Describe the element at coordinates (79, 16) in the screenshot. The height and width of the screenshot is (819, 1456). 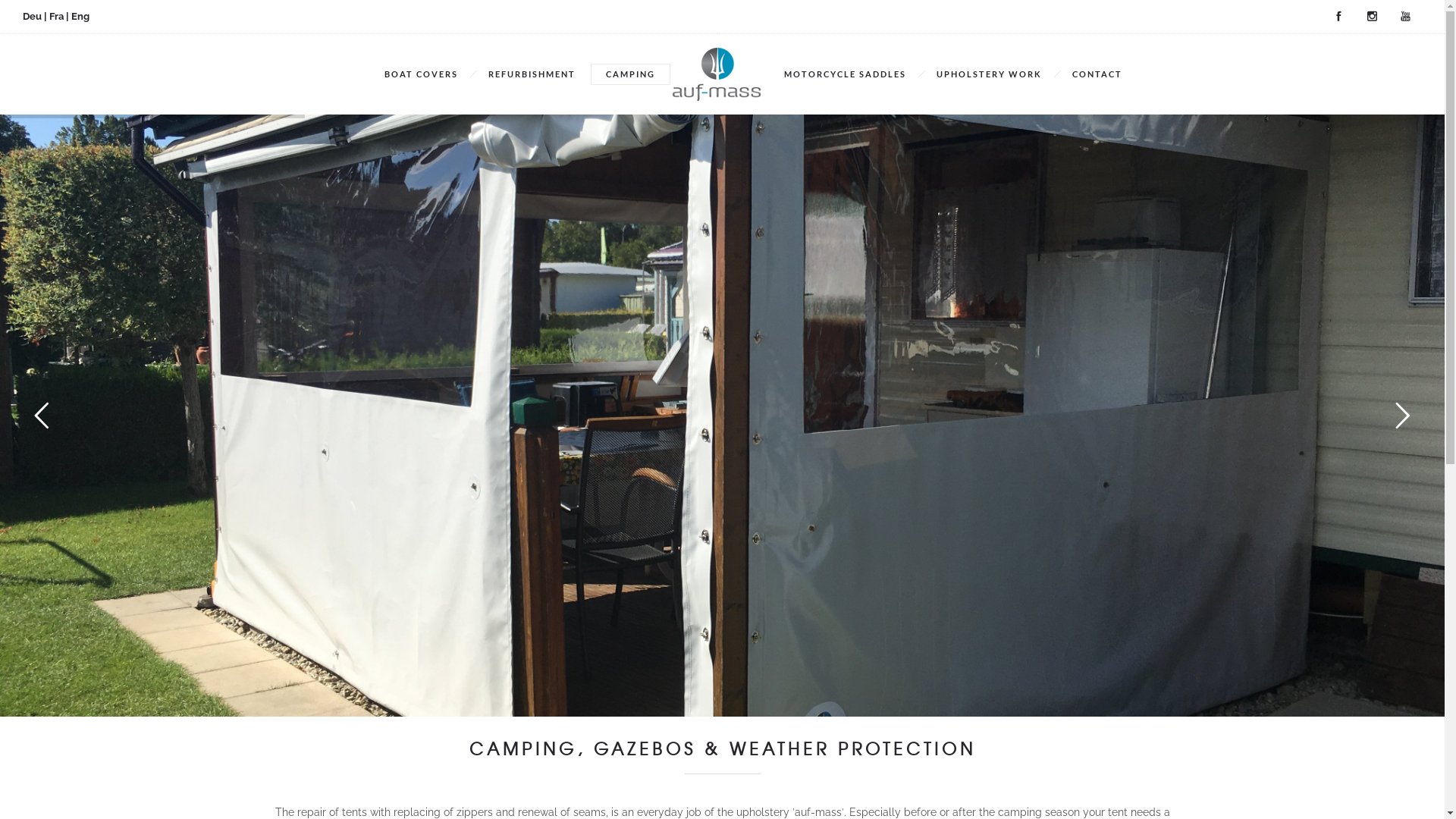
I see `'Eng'` at that location.